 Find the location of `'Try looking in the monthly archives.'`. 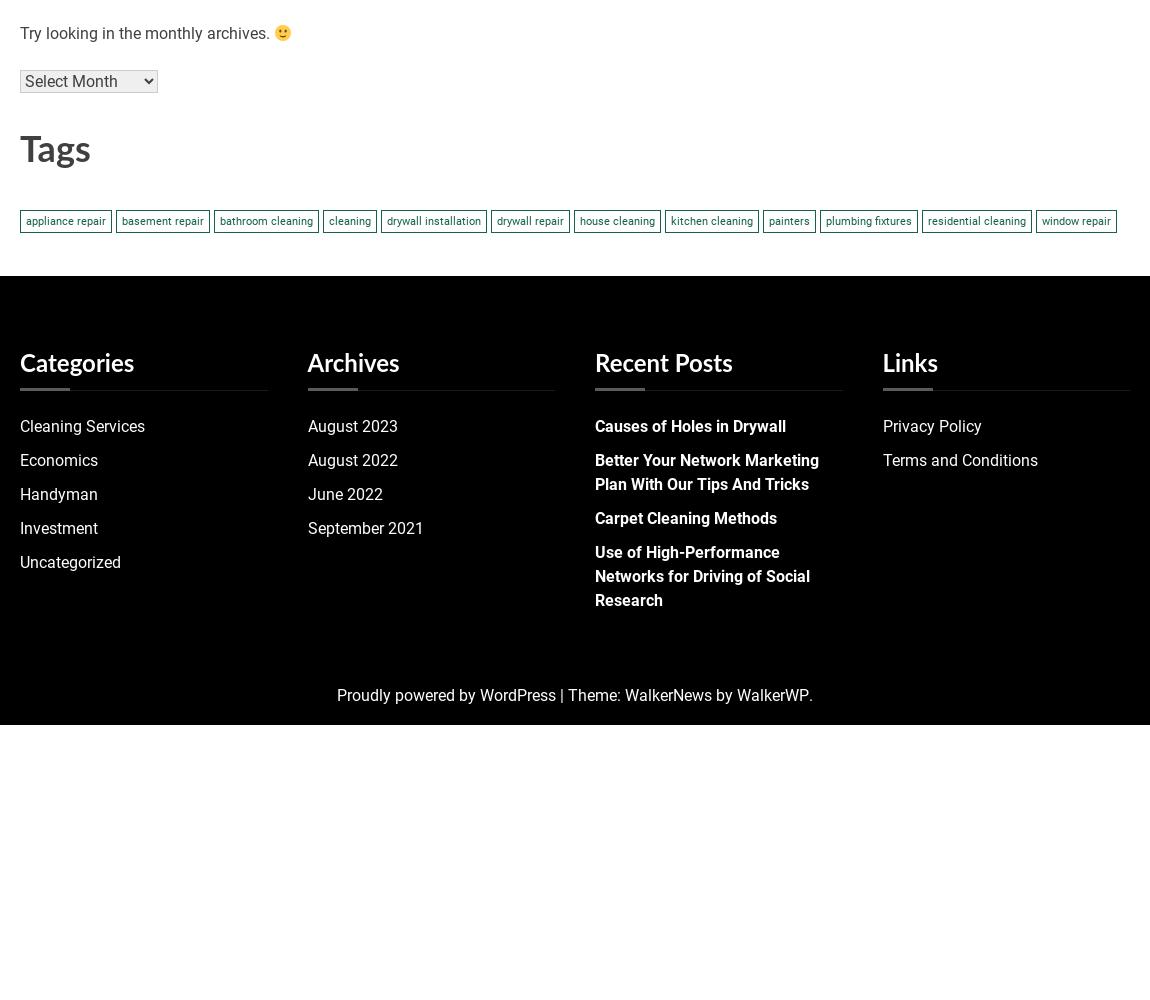

'Try looking in the monthly archives.' is located at coordinates (145, 33).